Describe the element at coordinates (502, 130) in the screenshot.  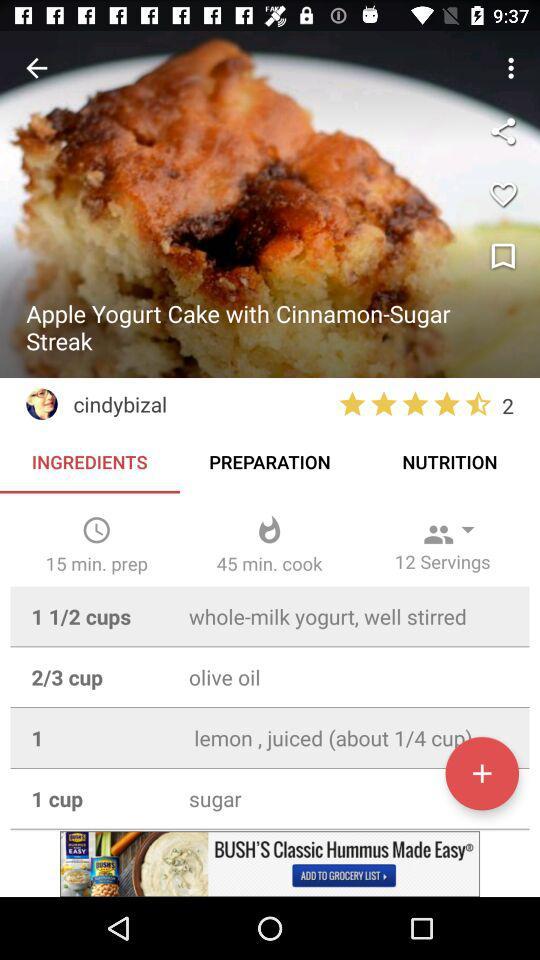
I see `page share button` at that location.